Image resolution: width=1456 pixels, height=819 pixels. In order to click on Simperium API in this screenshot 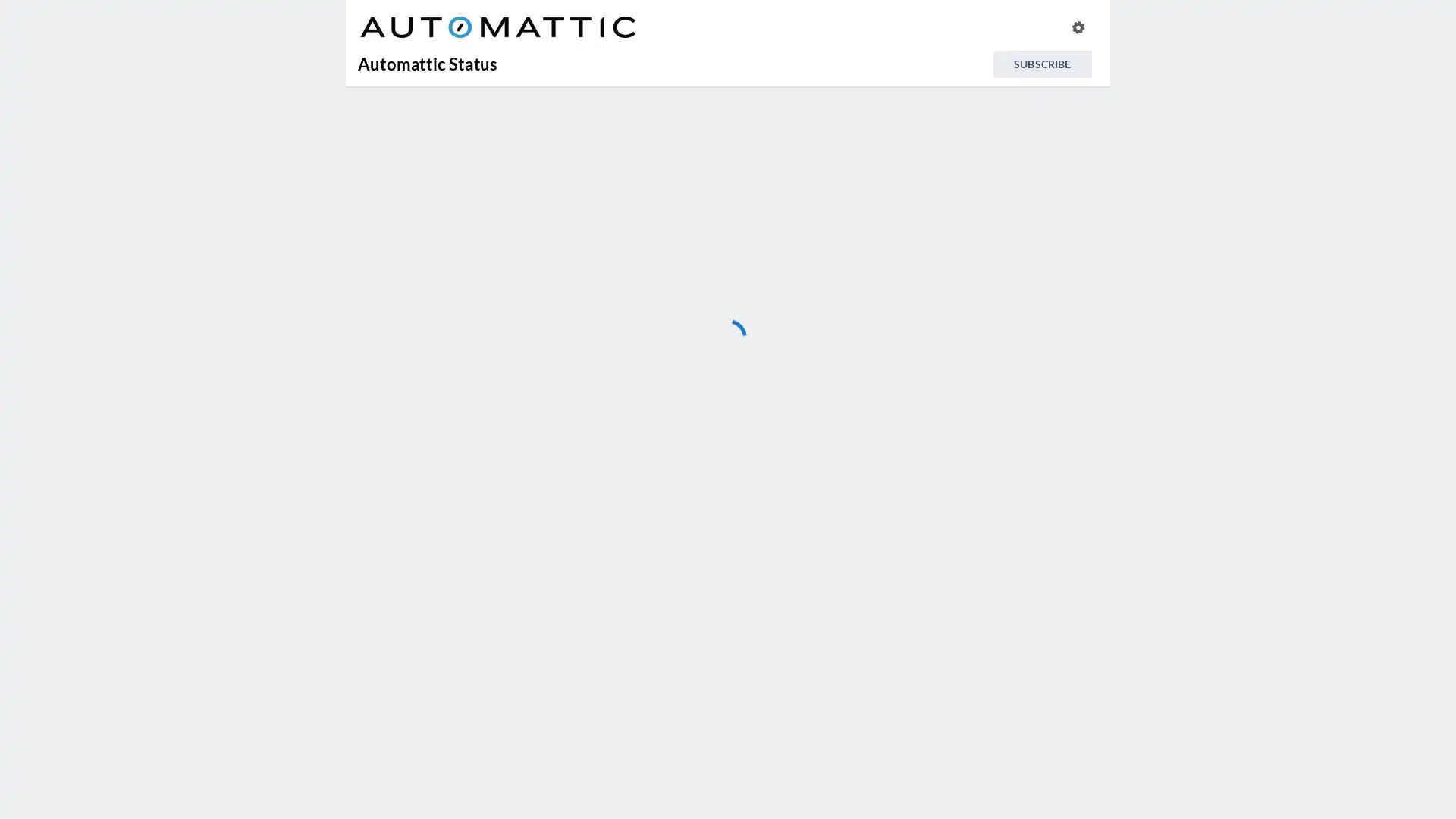, I will do `click(635, 756)`.